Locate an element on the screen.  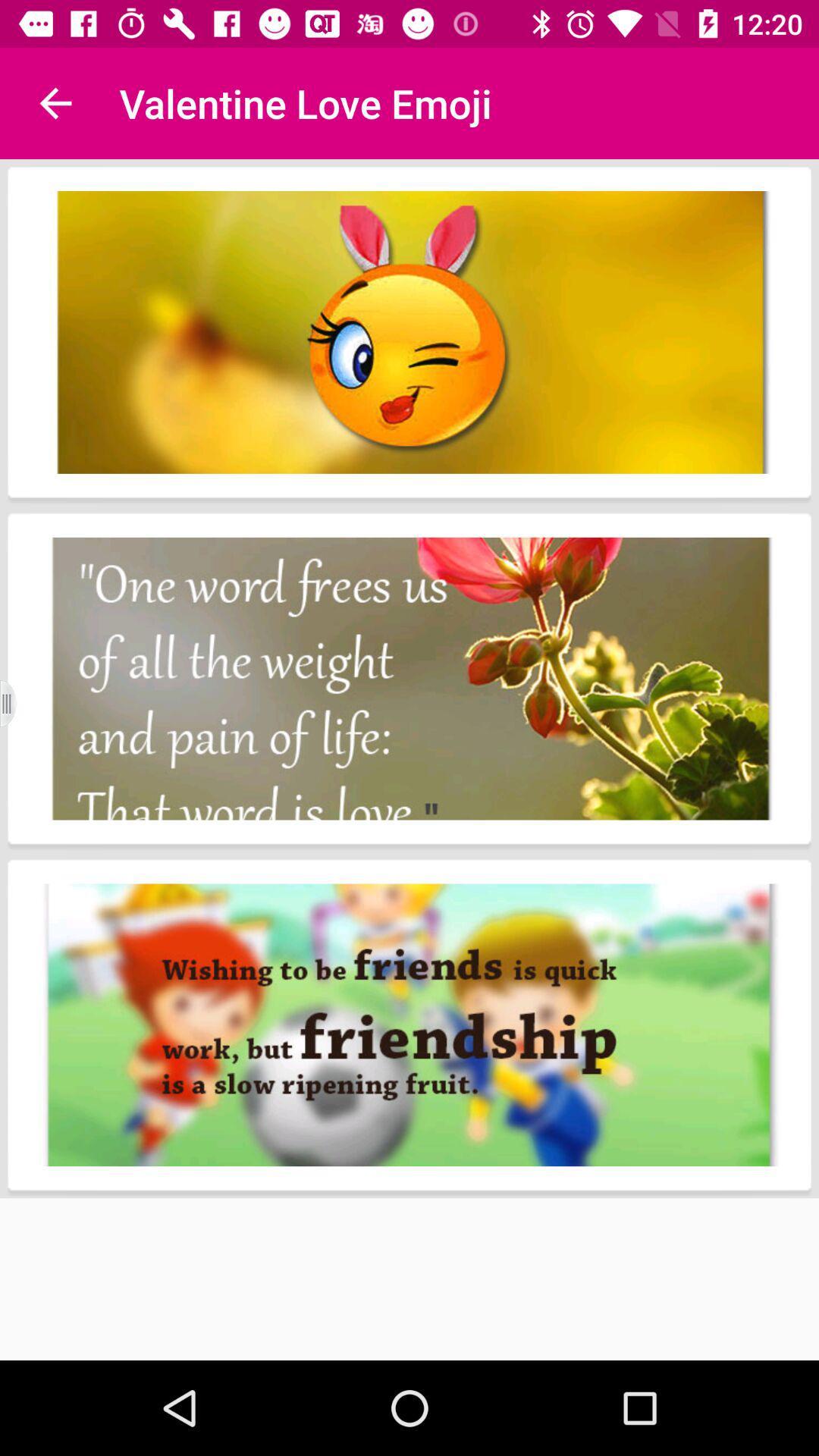
the item next to the valentine love emoji is located at coordinates (55, 102).